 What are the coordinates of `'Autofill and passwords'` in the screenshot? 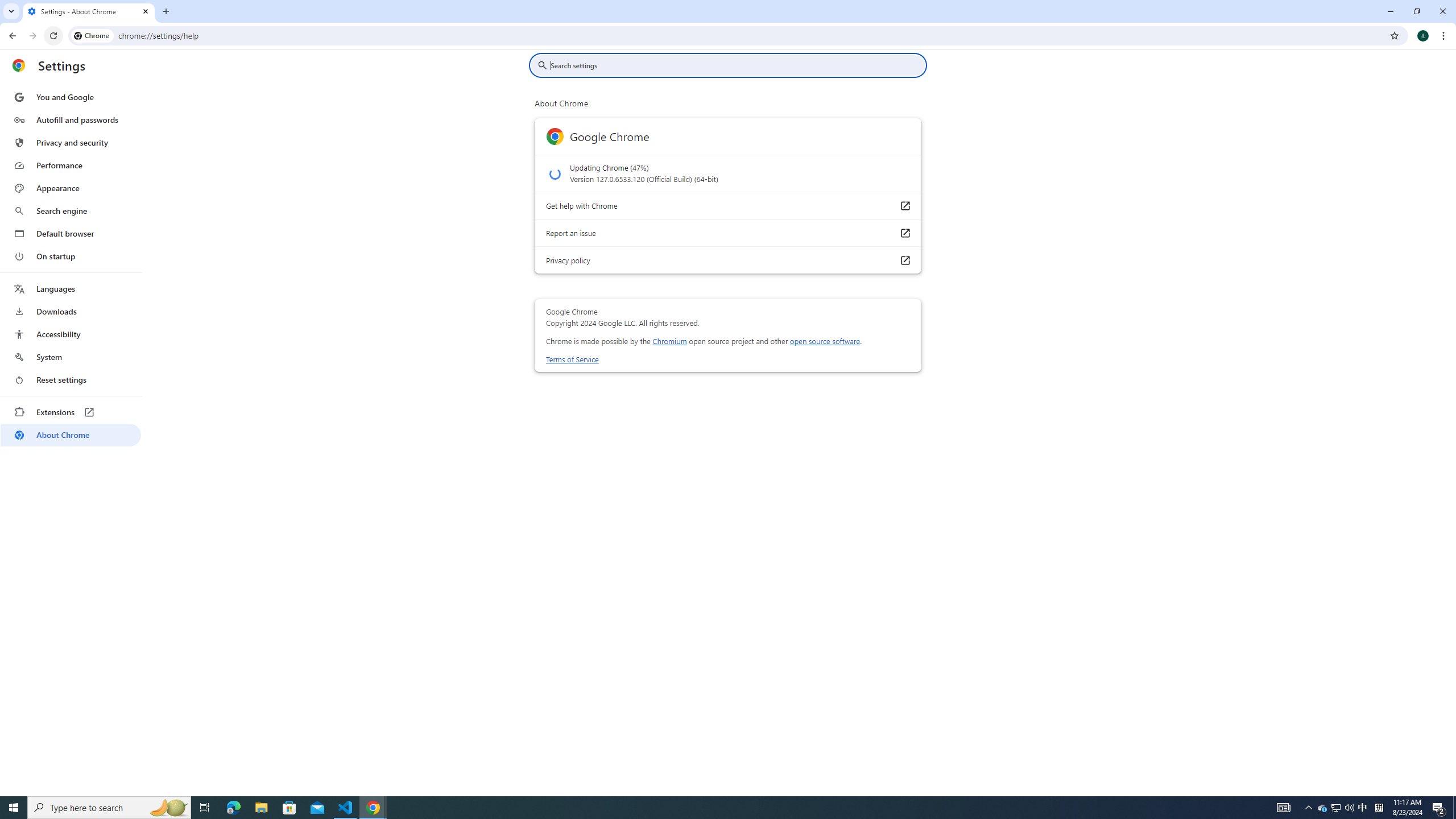 It's located at (70, 119).